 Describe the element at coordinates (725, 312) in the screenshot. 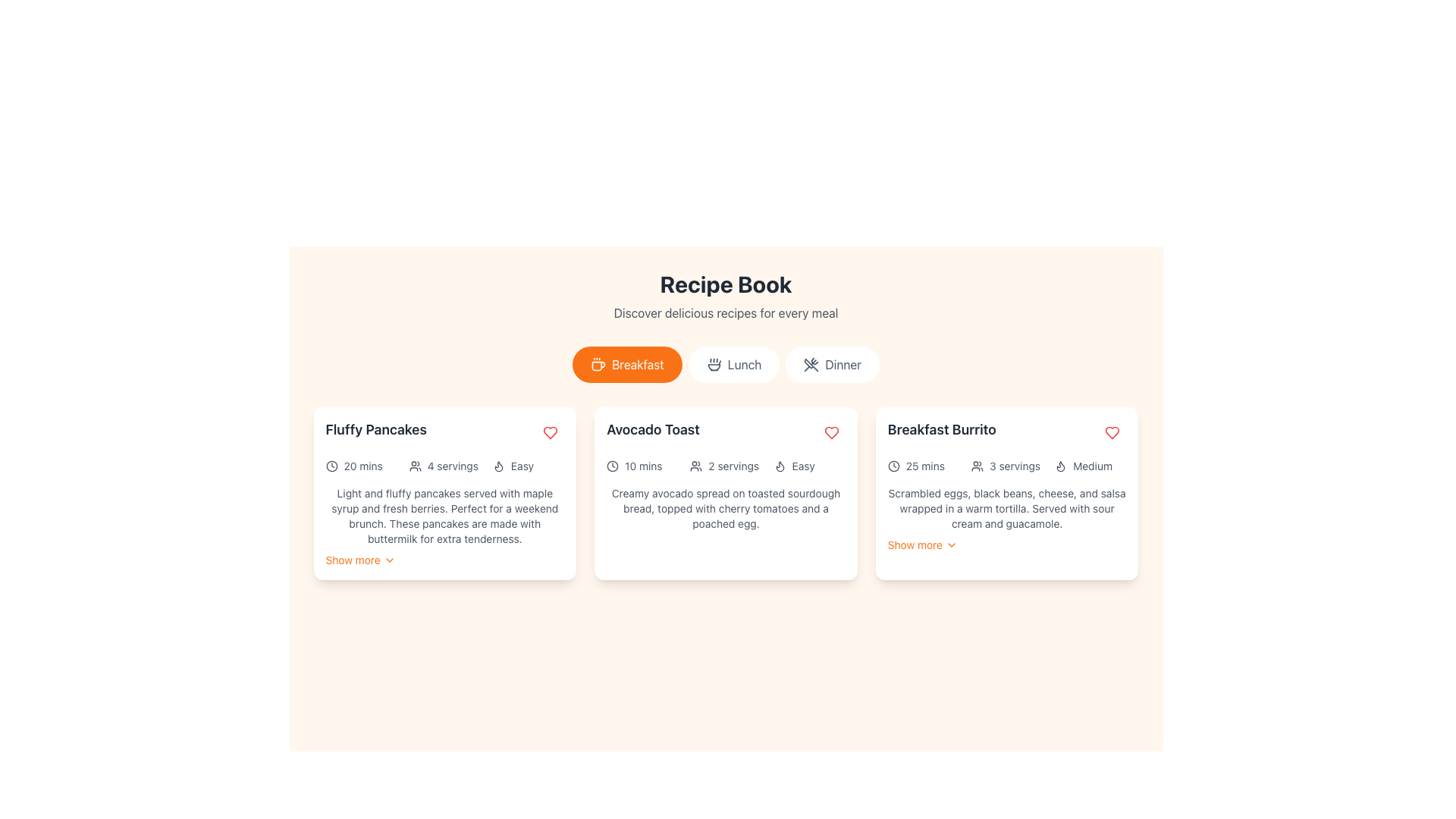

I see `the text segment displaying 'Discover delicious recipes for every meal' which is located directly beneath the 'Recipe Book' heading to trigger any tooltip if applicable` at that location.